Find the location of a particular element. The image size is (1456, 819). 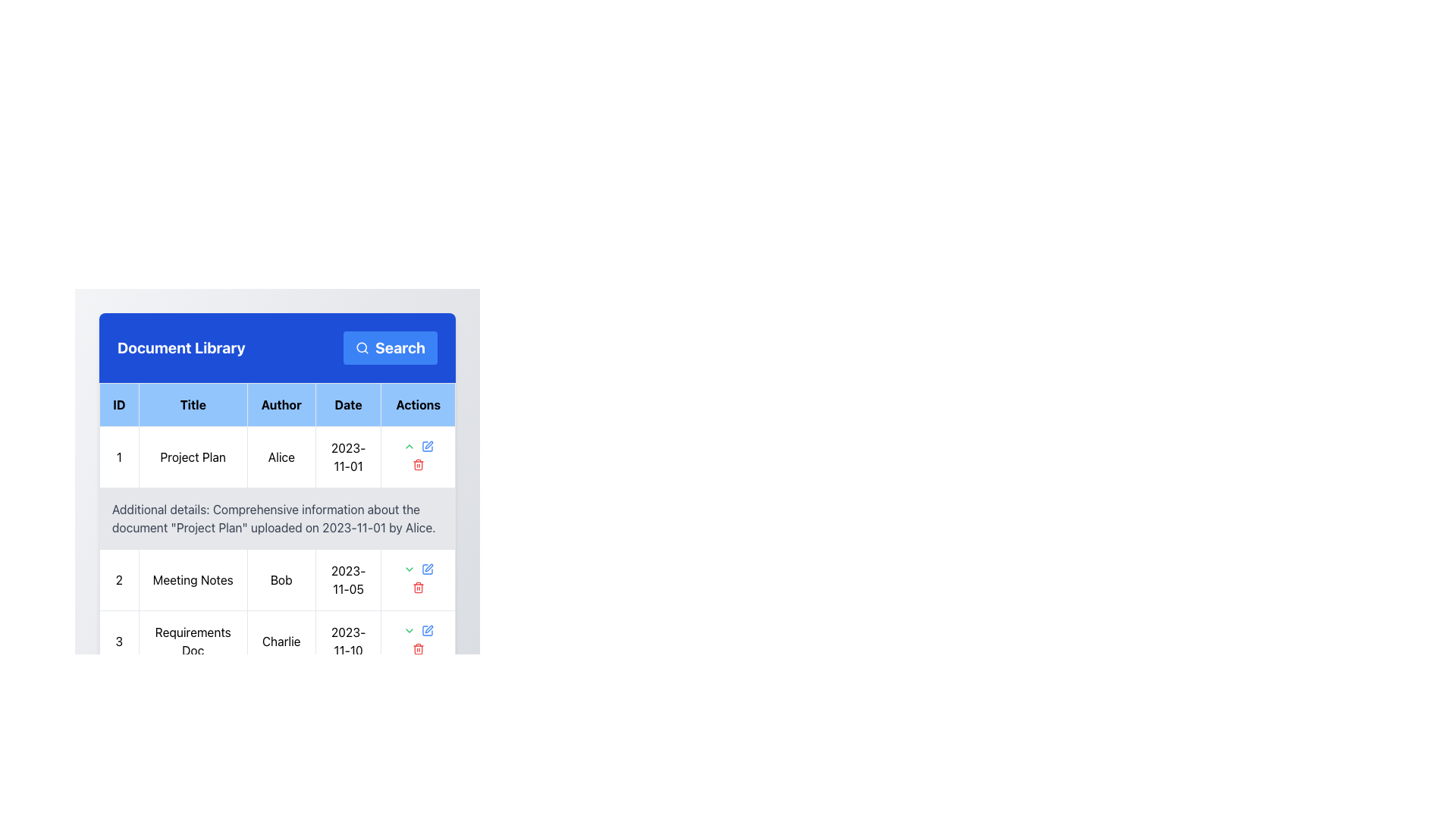

the pen icon in the 'Actions' column of the second row of the 'Document Library' table is located at coordinates (428, 444).